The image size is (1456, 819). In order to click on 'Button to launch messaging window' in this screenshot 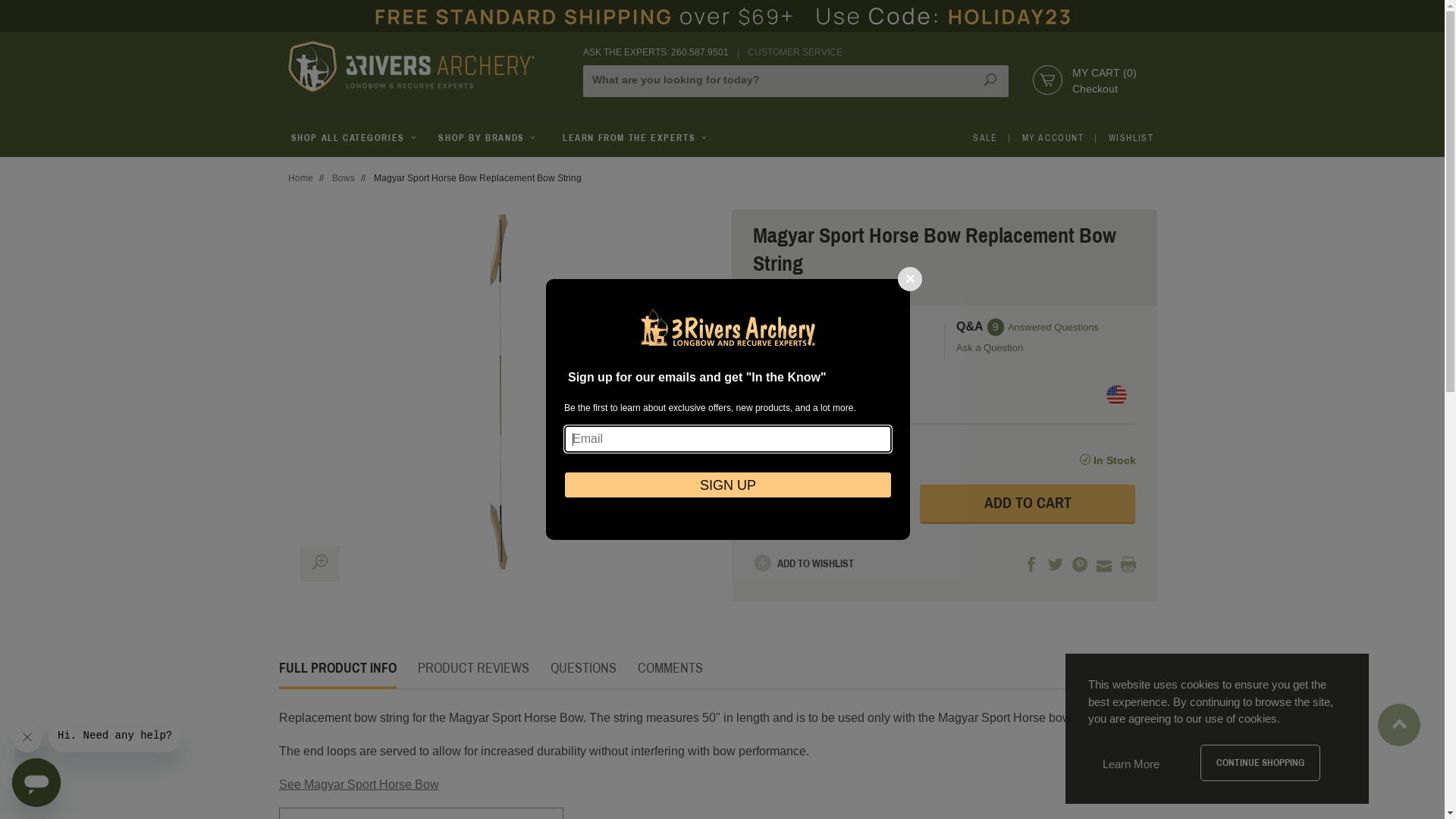, I will do `click(36, 783)`.